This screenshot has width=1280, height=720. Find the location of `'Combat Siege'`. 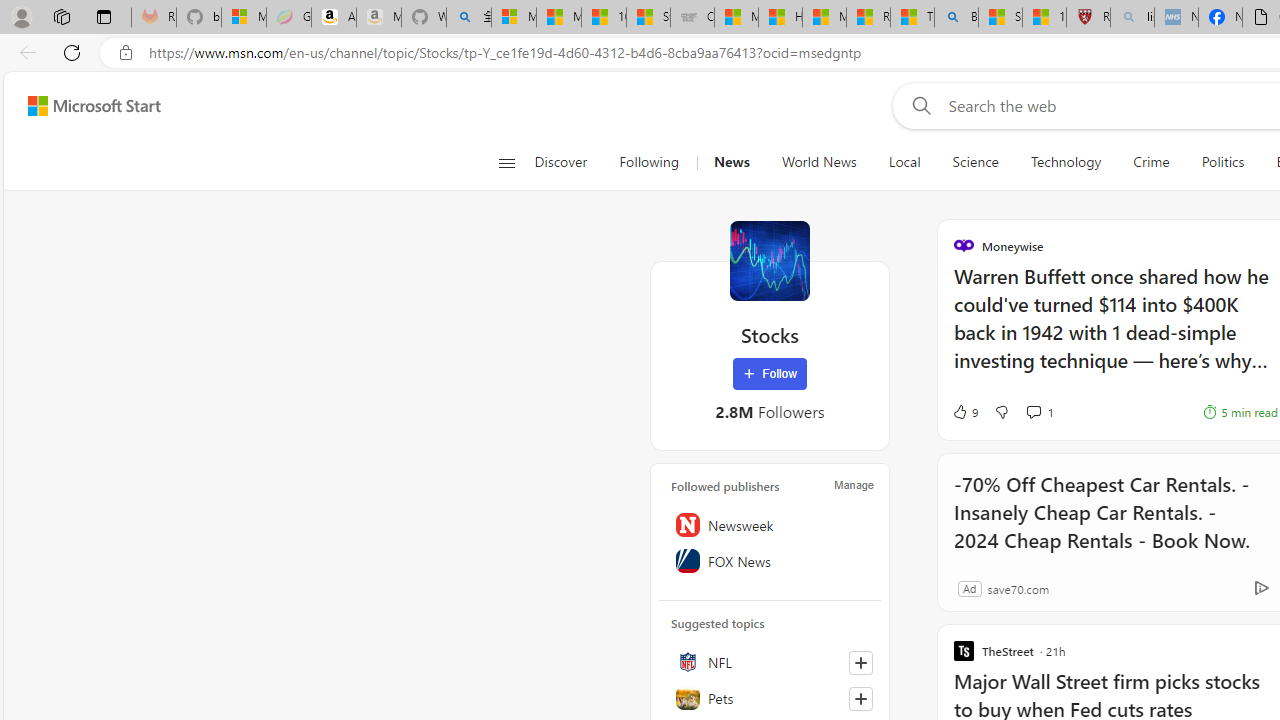

'Combat Siege' is located at coordinates (692, 17).